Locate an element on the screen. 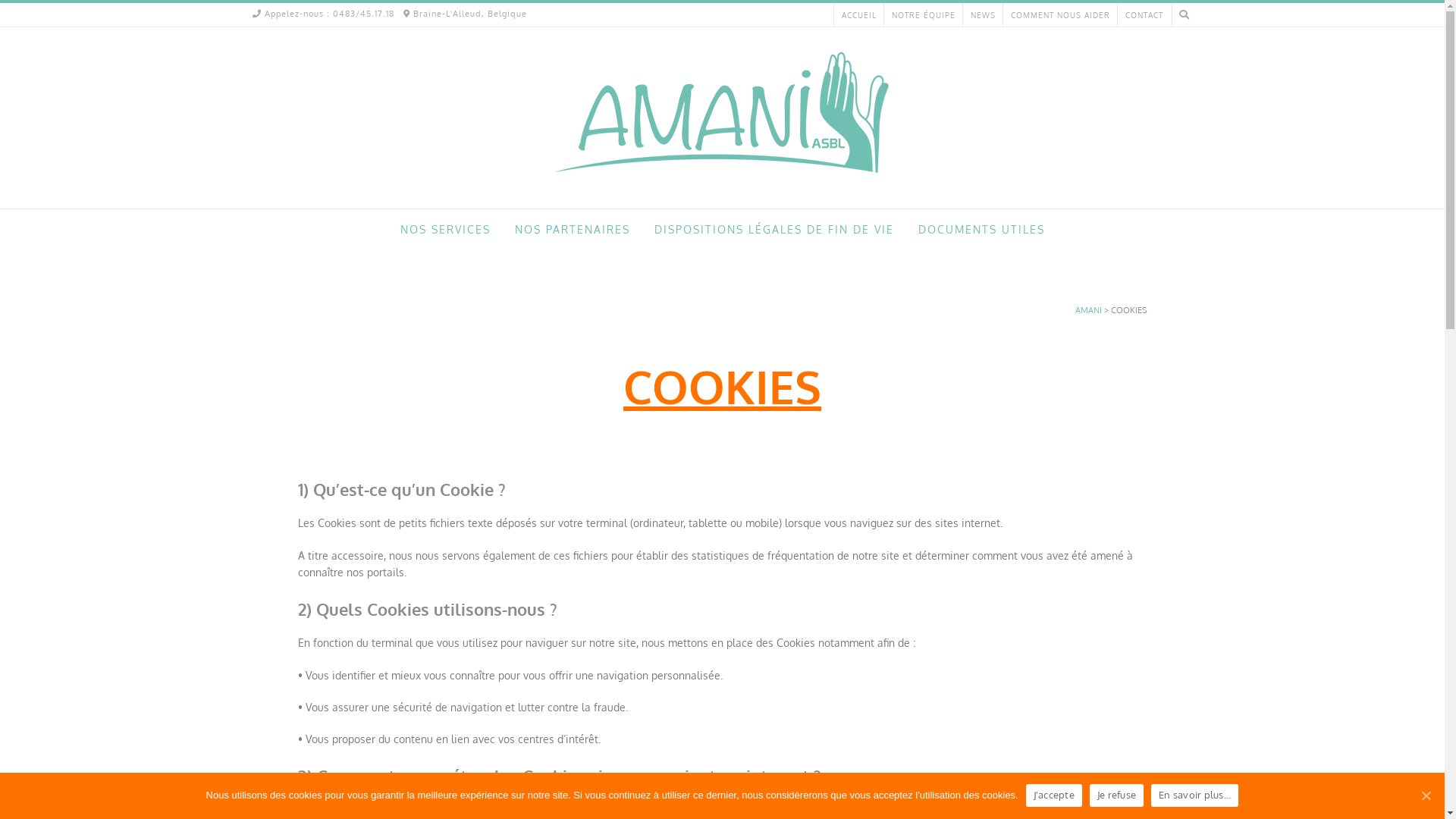 Image resolution: width=1456 pixels, height=819 pixels. 'COMMENT NOUS AIDER' is located at coordinates (1059, 14).